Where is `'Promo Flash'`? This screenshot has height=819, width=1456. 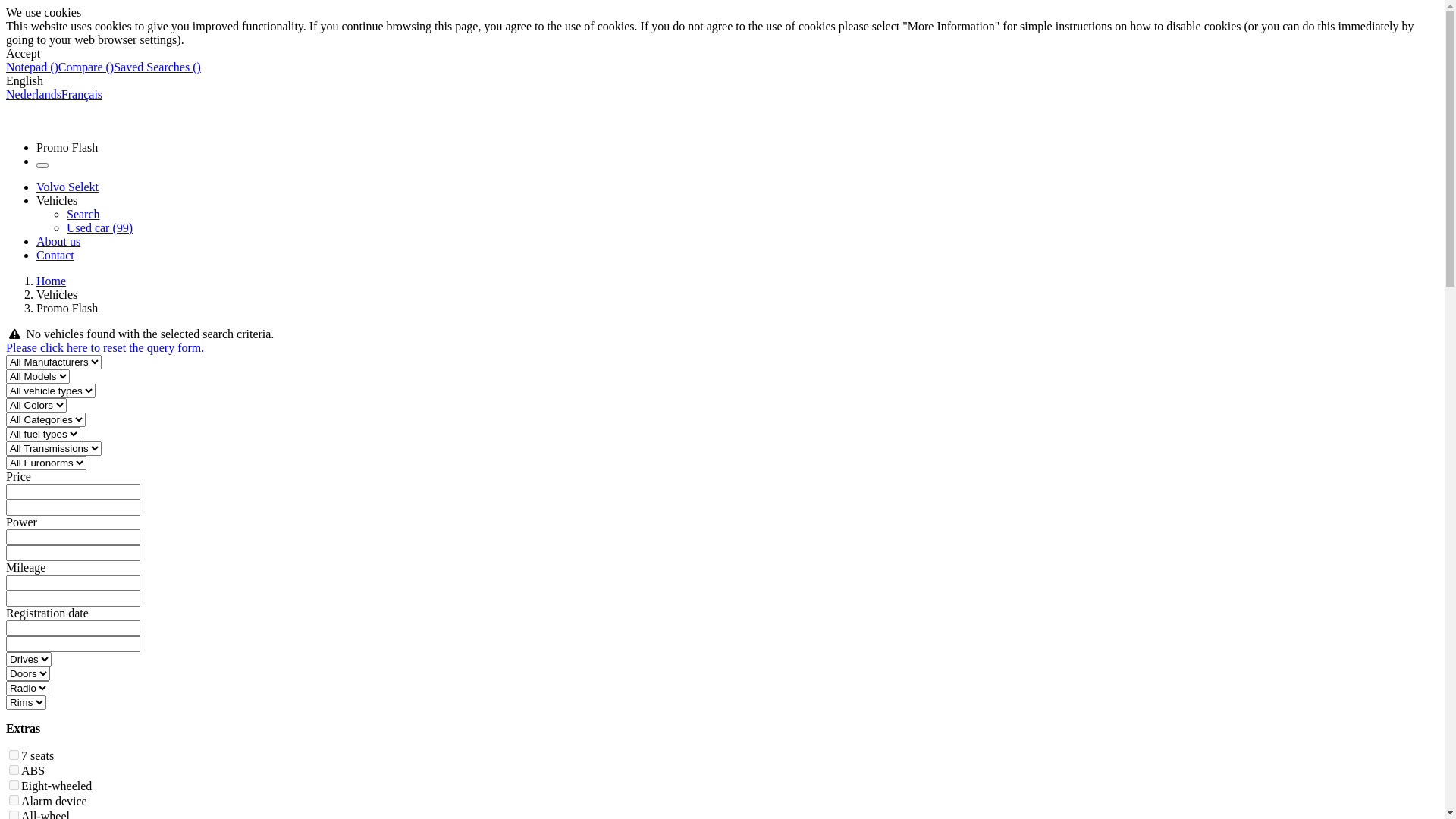
'Promo Flash' is located at coordinates (66, 147).